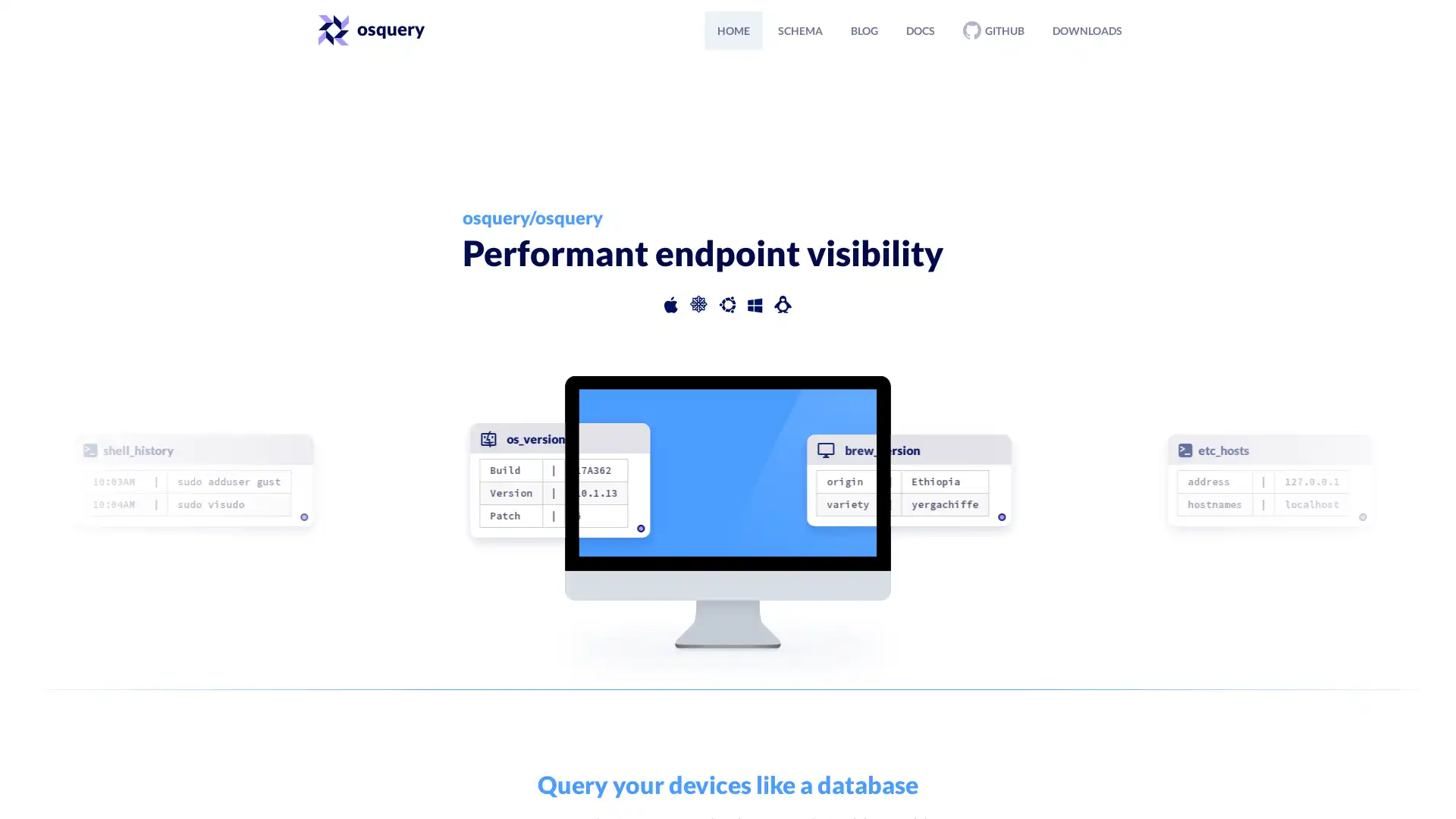  What do you see at coordinates (864, 30) in the screenshot?
I see `BLOG` at bounding box center [864, 30].